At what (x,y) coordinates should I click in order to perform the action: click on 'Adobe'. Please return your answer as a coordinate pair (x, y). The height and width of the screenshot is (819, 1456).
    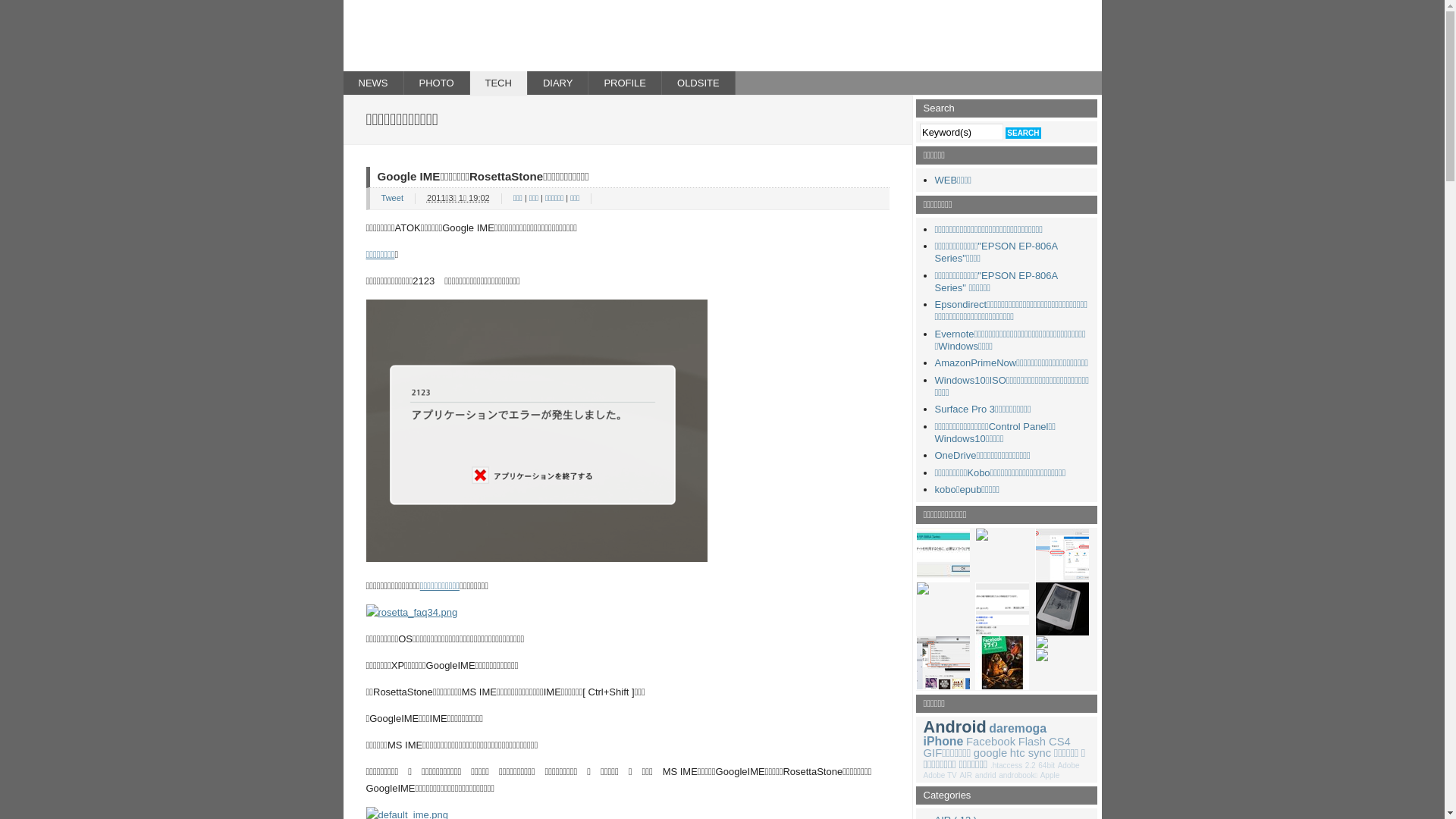
    Looking at the image, I should click on (1068, 765).